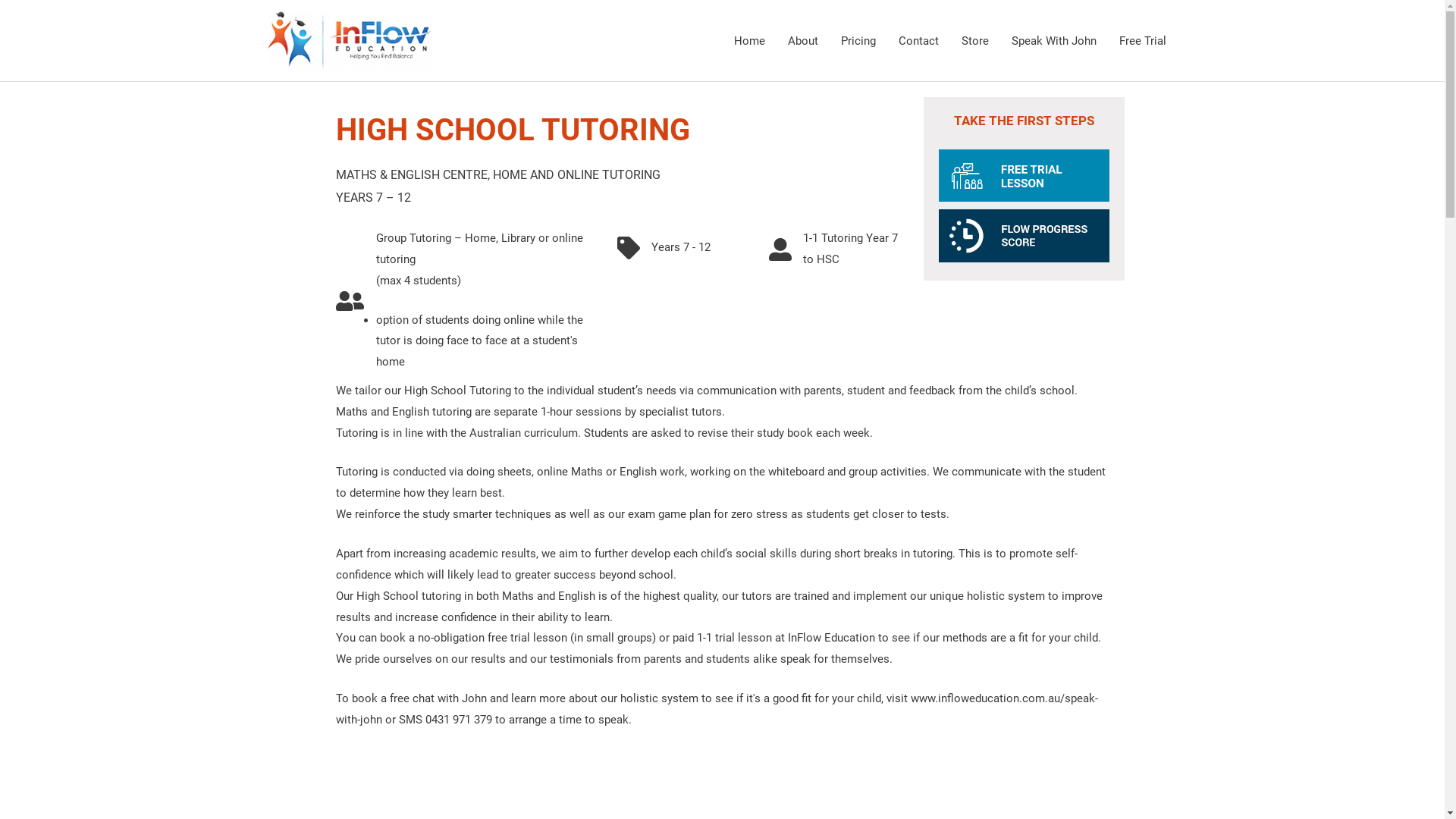  Describe the element at coordinates (999, 39) in the screenshot. I see `'Speak With John'` at that location.